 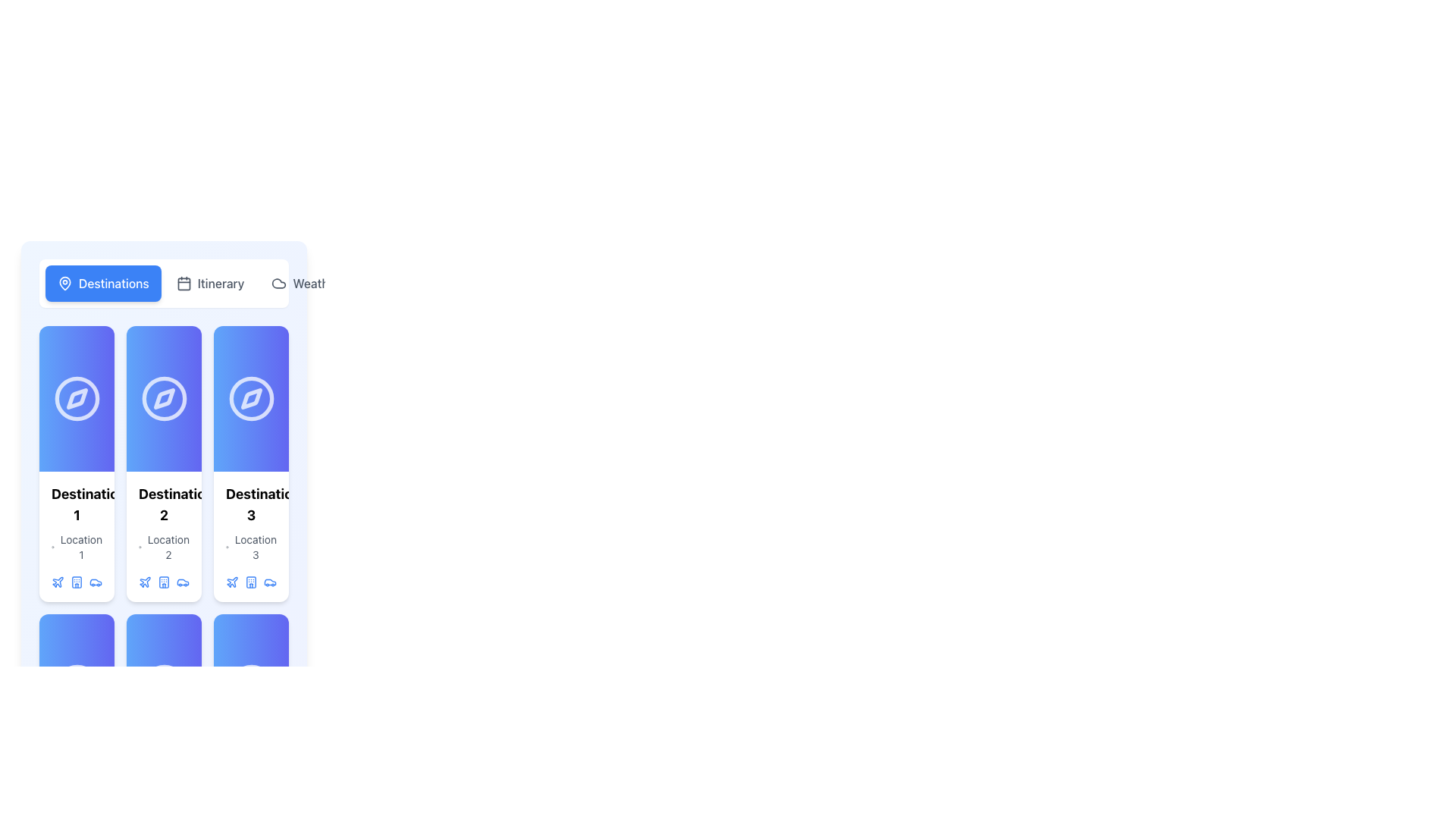 What do you see at coordinates (58, 581) in the screenshot?
I see `the air travel icon located at the bottom section of the third card in a horizontal card layout` at bounding box center [58, 581].